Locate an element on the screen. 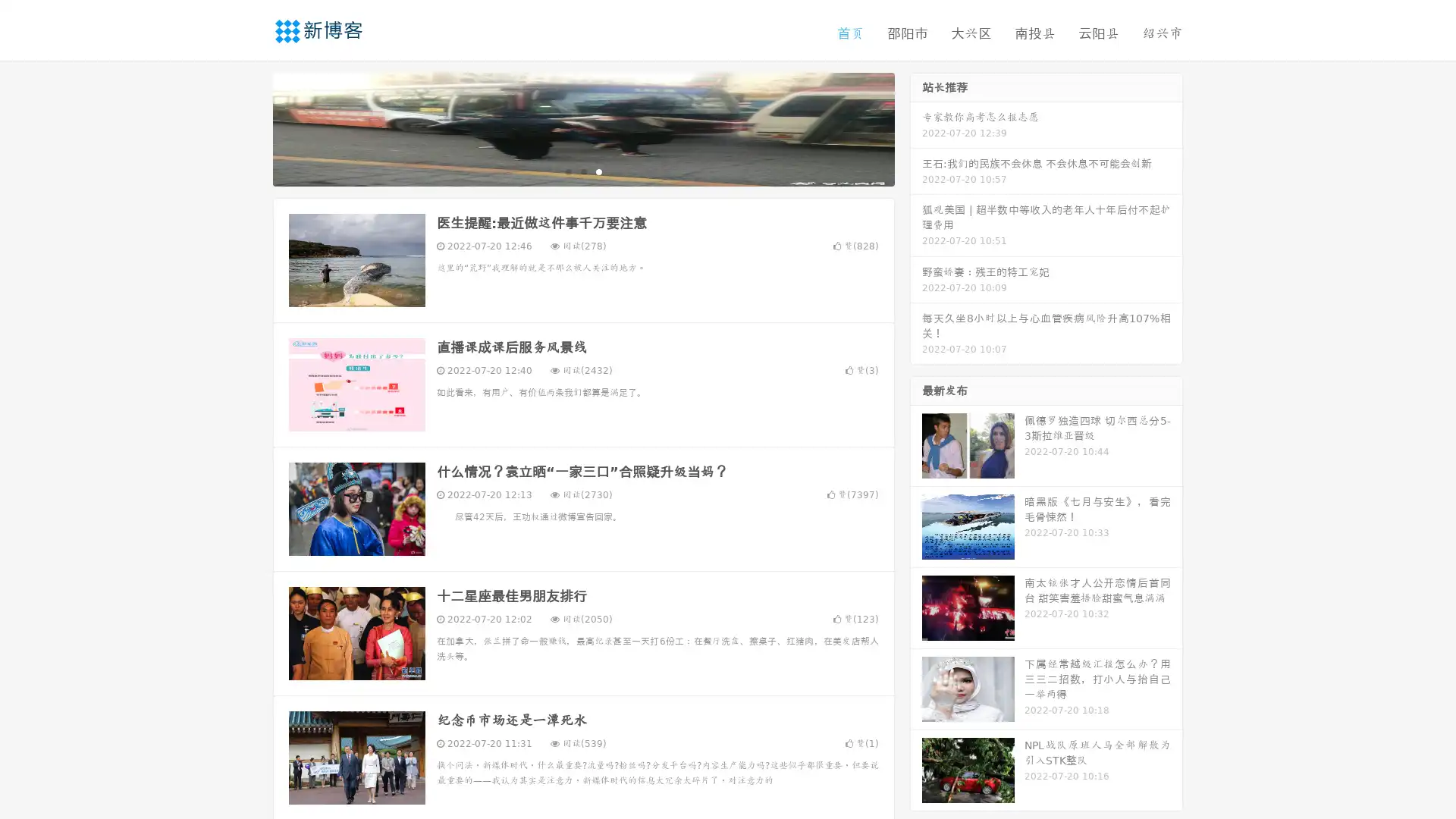 This screenshot has height=819, width=1456. Previous slide is located at coordinates (250, 127).